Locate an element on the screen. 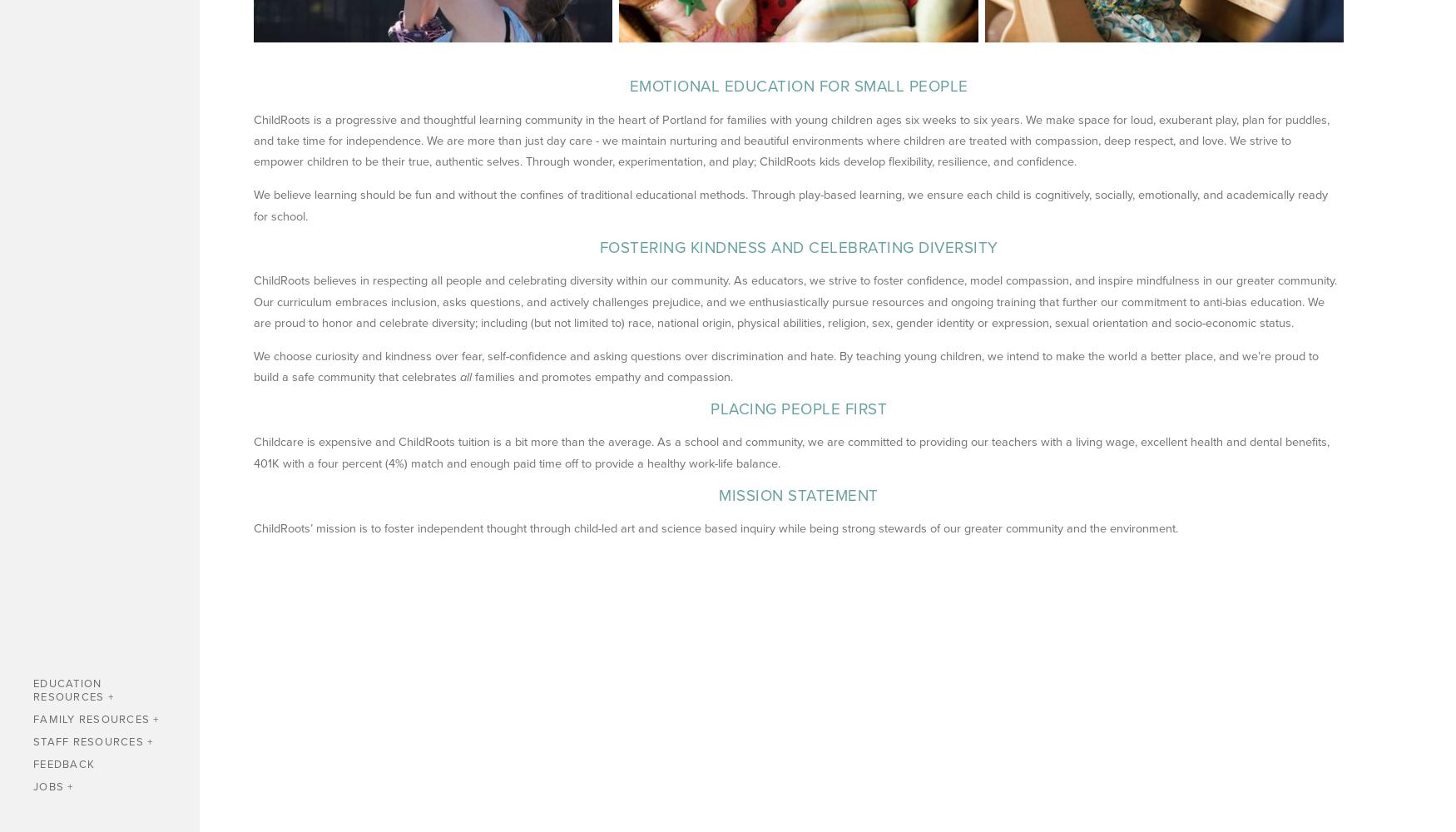 This screenshot has width=1456, height=832. 'Jobs' is located at coordinates (32, 785).